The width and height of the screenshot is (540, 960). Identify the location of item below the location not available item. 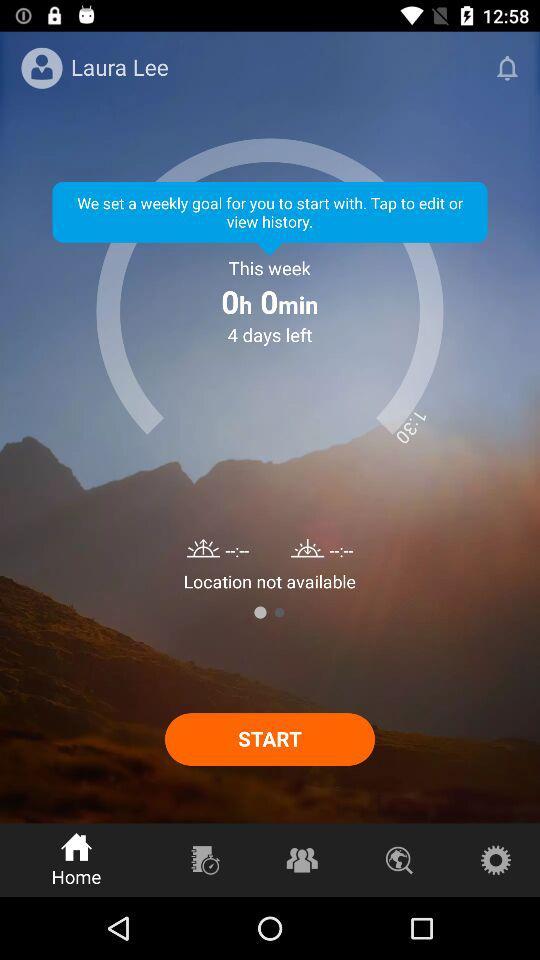
(260, 611).